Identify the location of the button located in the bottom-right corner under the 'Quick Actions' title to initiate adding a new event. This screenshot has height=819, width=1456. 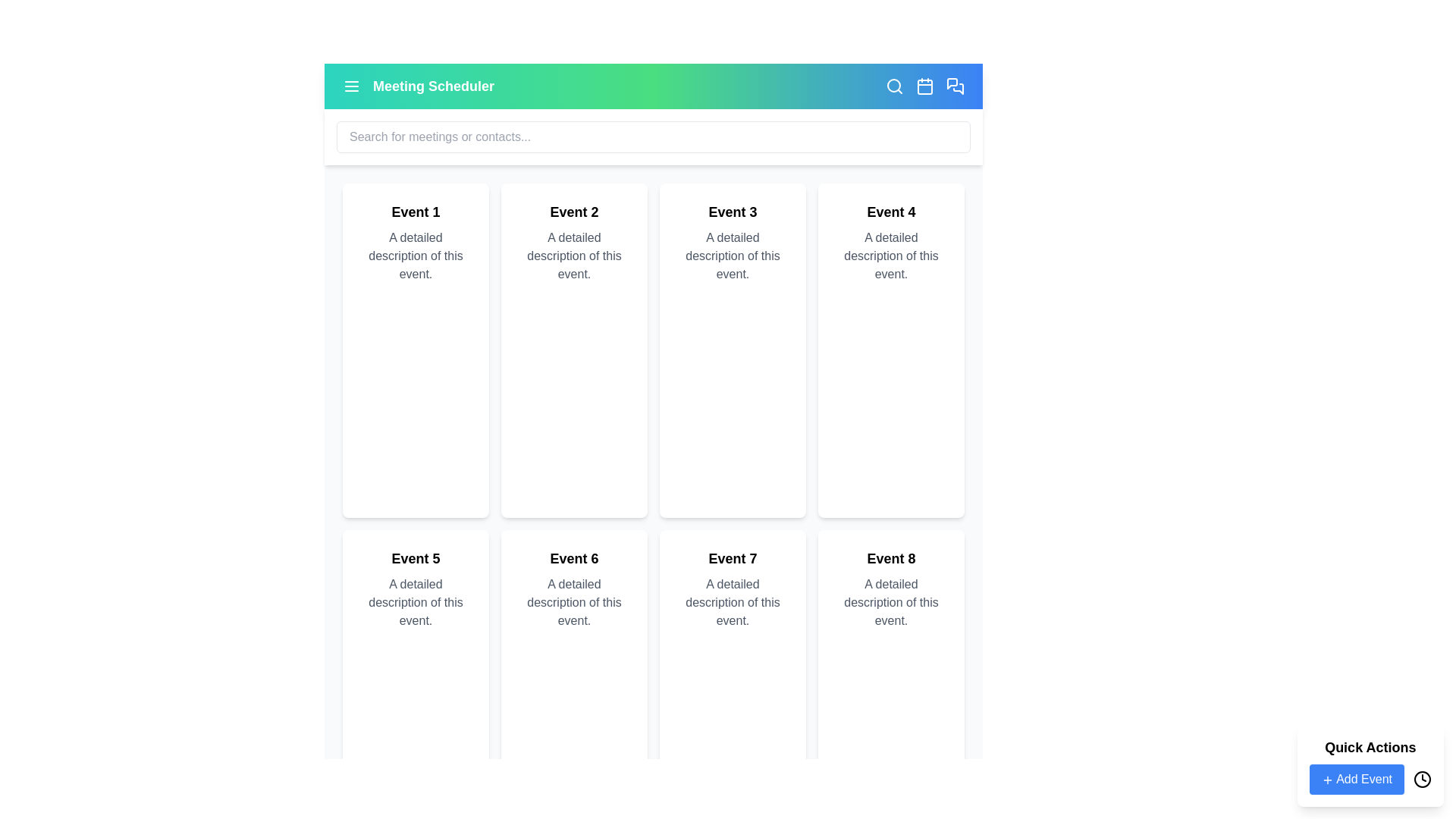
(1357, 780).